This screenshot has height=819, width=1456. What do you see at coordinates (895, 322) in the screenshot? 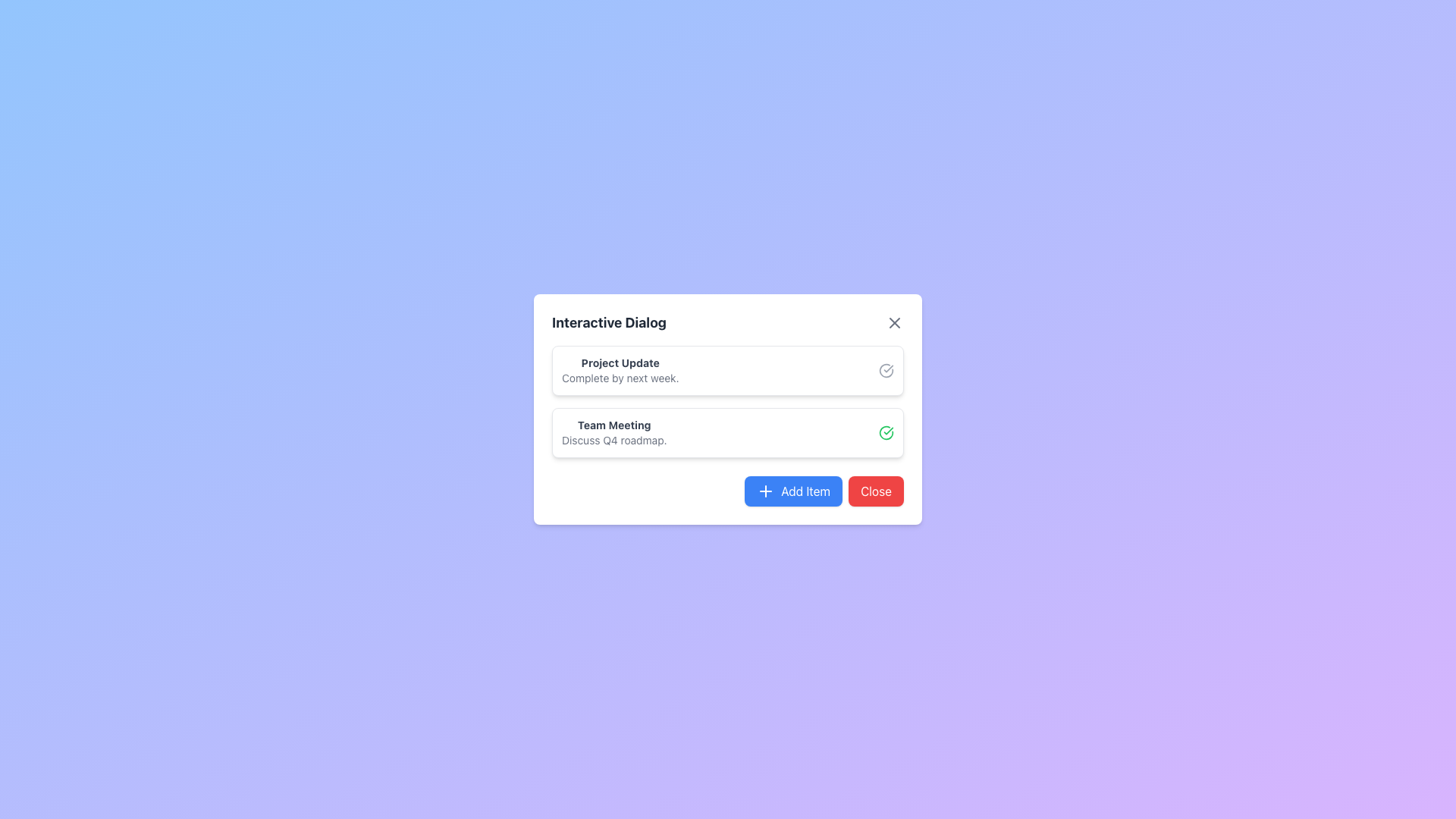
I see `the close button located in the top right corner of the 'Interactive Dialog' to dismiss the dialog box` at bounding box center [895, 322].